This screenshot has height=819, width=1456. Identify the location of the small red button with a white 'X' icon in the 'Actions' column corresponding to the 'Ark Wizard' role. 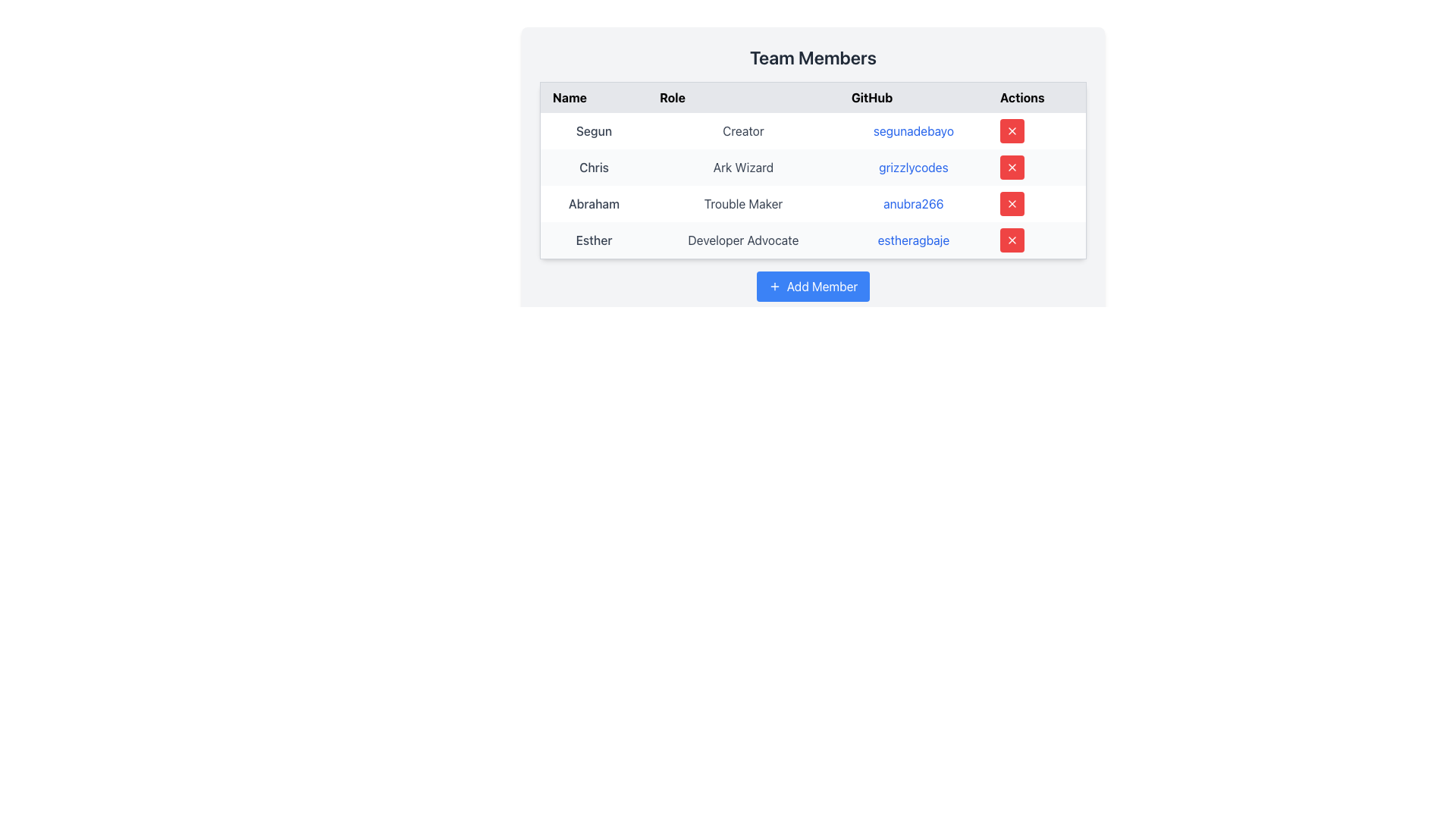
(1012, 130).